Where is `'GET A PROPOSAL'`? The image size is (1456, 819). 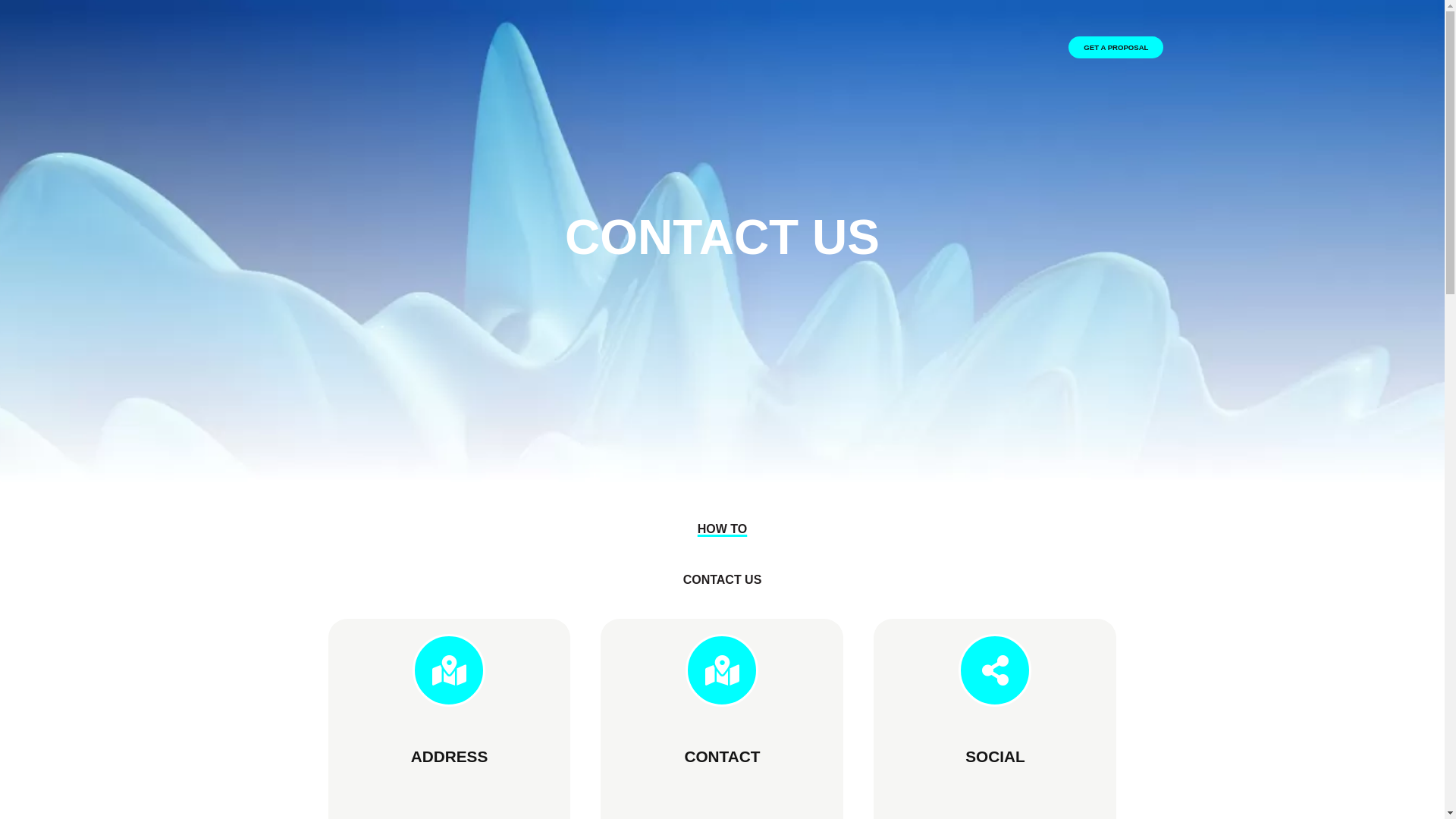 'GET A PROPOSAL' is located at coordinates (1116, 46).